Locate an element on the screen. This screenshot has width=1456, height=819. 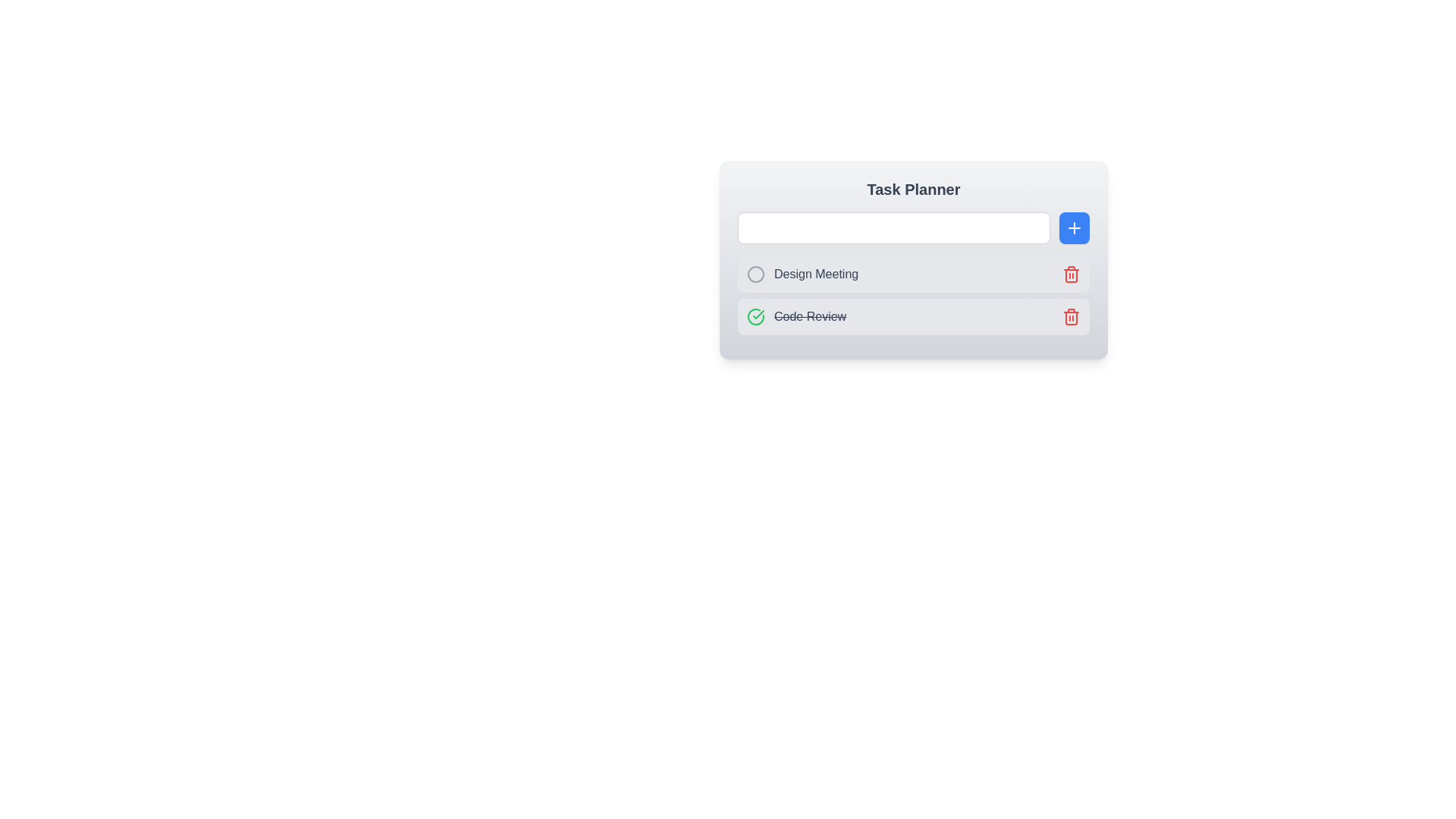
the red trash bin icon located to the right of the 'Code Review' text button is located at coordinates (1070, 275).